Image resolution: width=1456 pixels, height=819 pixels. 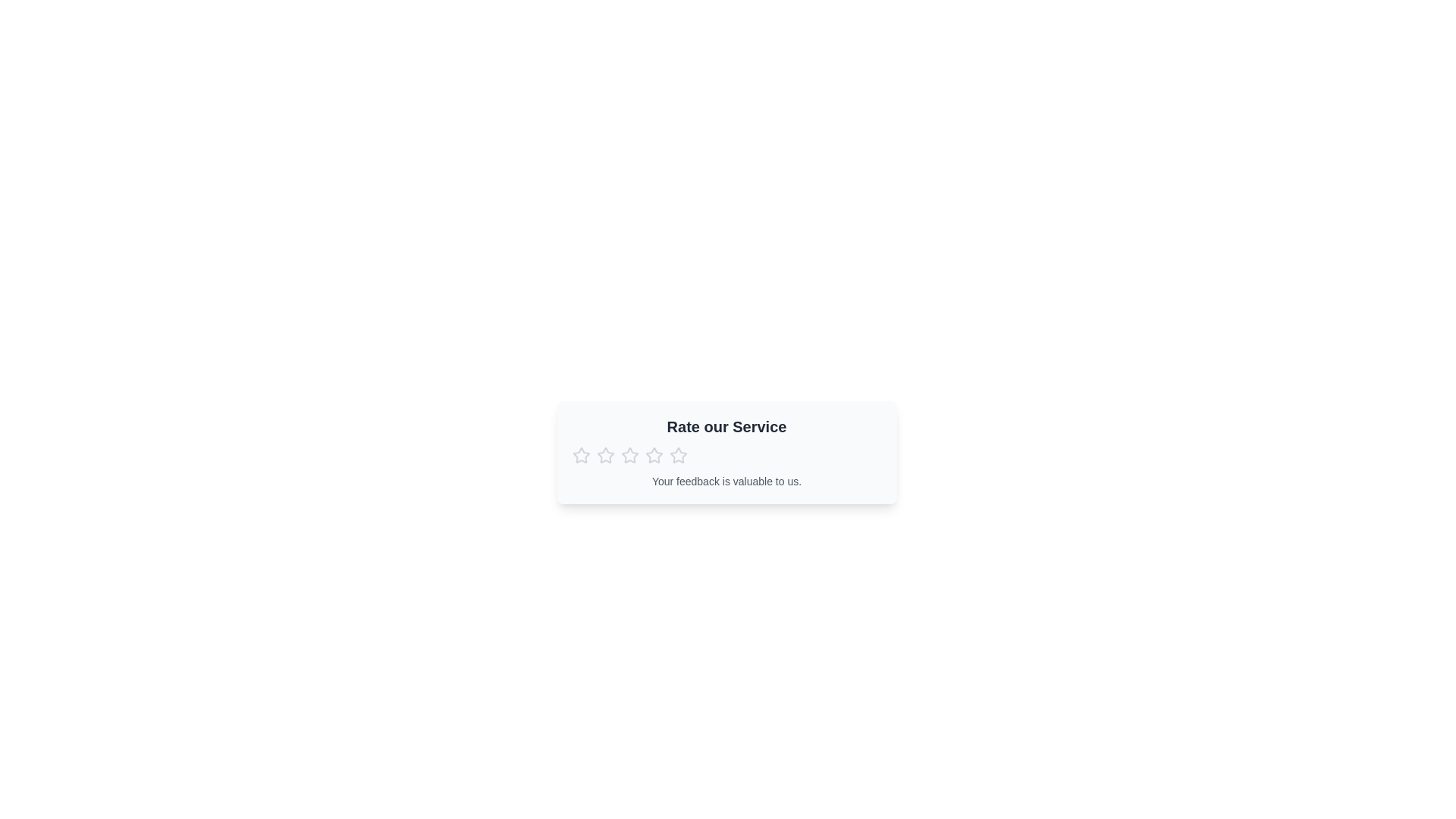 I want to click on the second star icon from the left in the horizontal group of five stars to rate 2 stars, so click(x=604, y=454).